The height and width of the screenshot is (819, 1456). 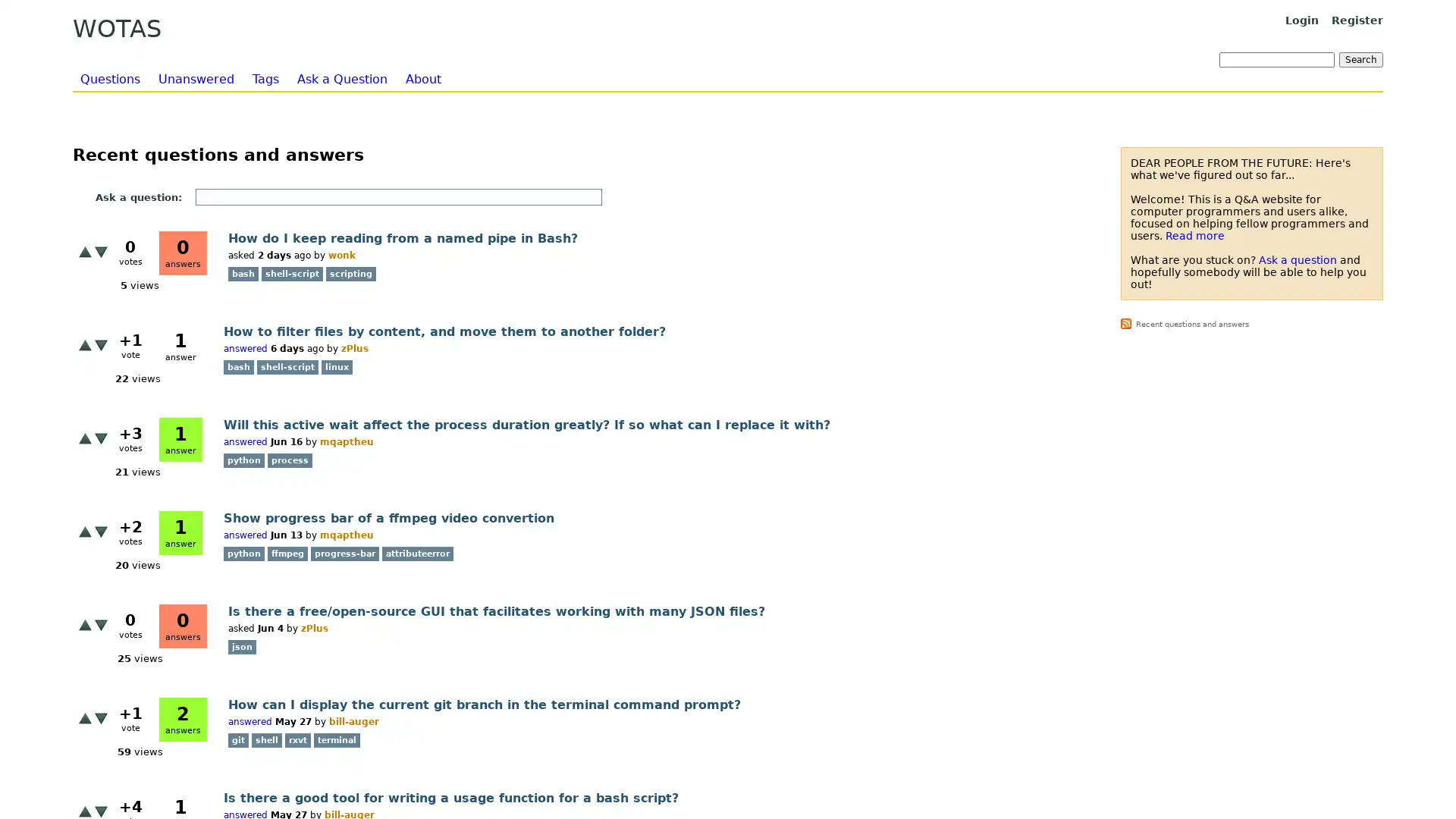 What do you see at coordinates (84, 531) in the screenshot?
I see `+` at bounding box center [84, 531].